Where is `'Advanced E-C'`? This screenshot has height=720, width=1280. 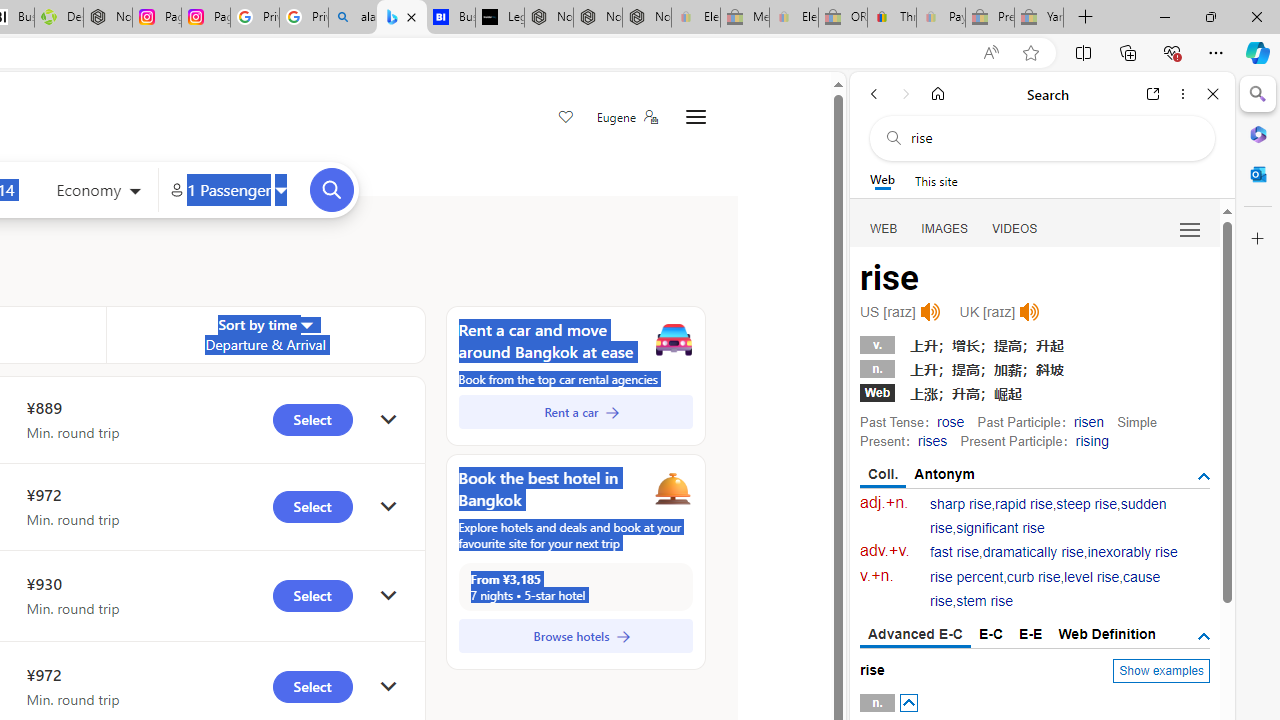
'Advanced E-C' is located at coordinates (914, 635).